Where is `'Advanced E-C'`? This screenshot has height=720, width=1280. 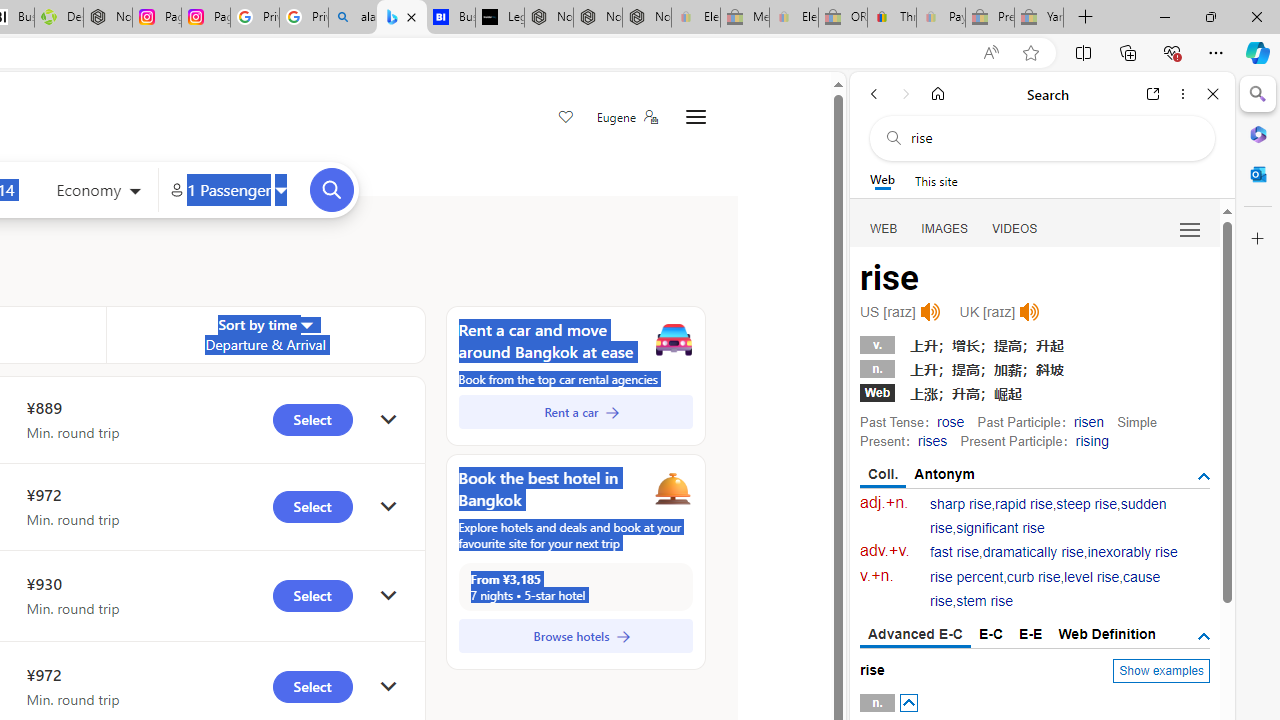
'Advanced E-C' is located at coordinates (914, 635).